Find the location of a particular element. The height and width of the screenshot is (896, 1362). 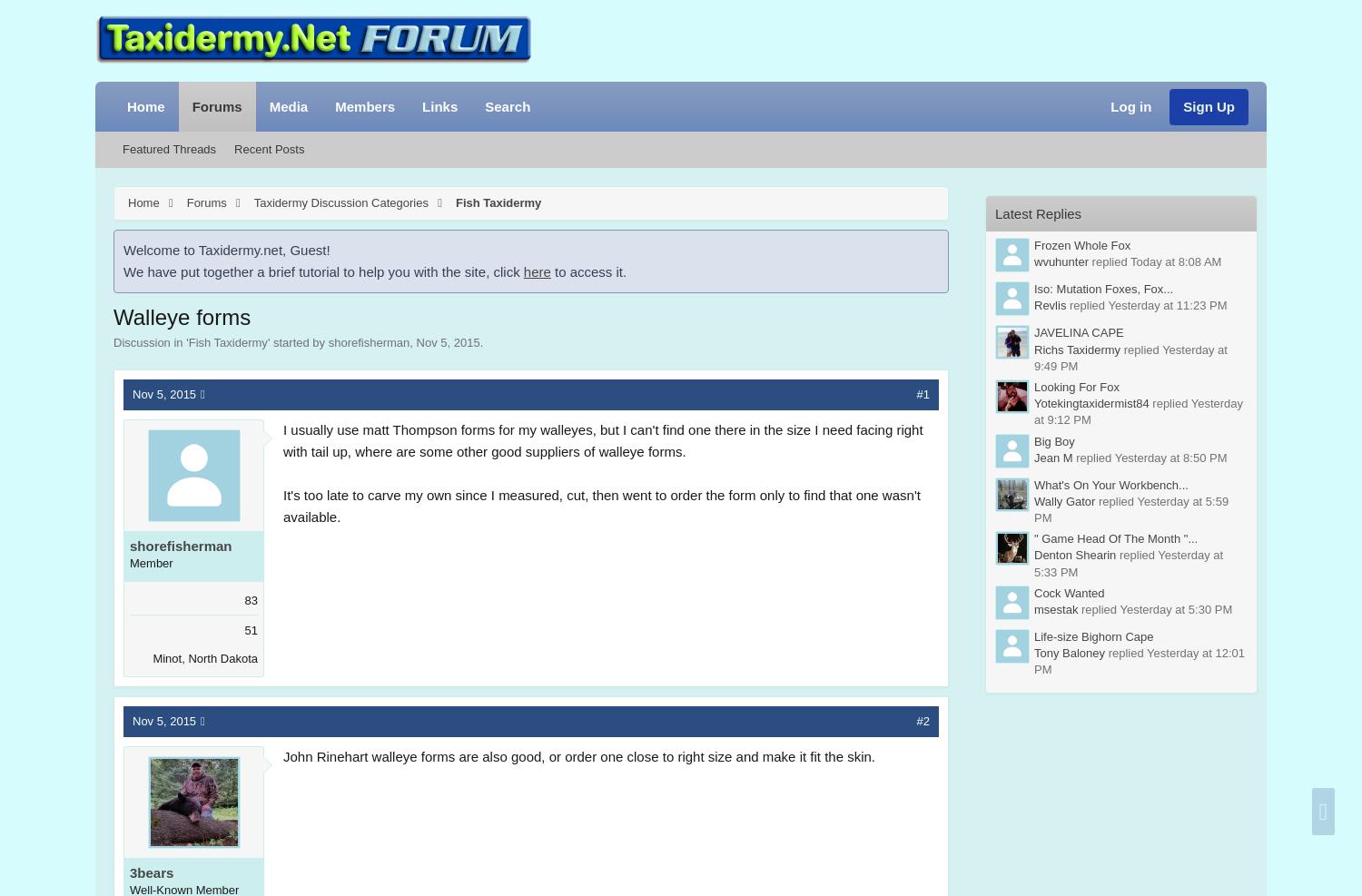

'Walleye forms' is located at coordinates (181, 316).